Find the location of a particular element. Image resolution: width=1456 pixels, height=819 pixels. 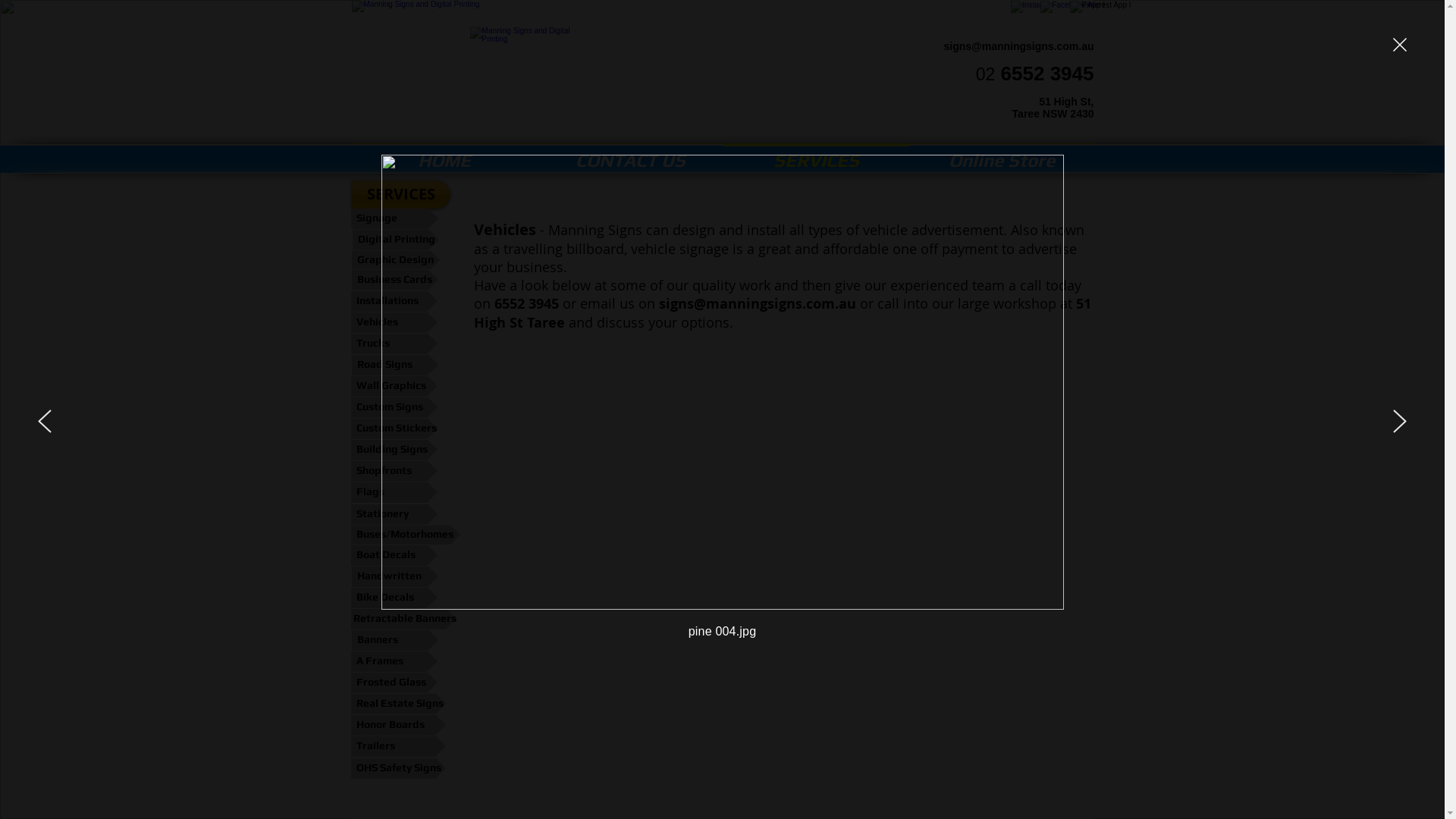

'SERVICES' is located at coordinates (400, 193).